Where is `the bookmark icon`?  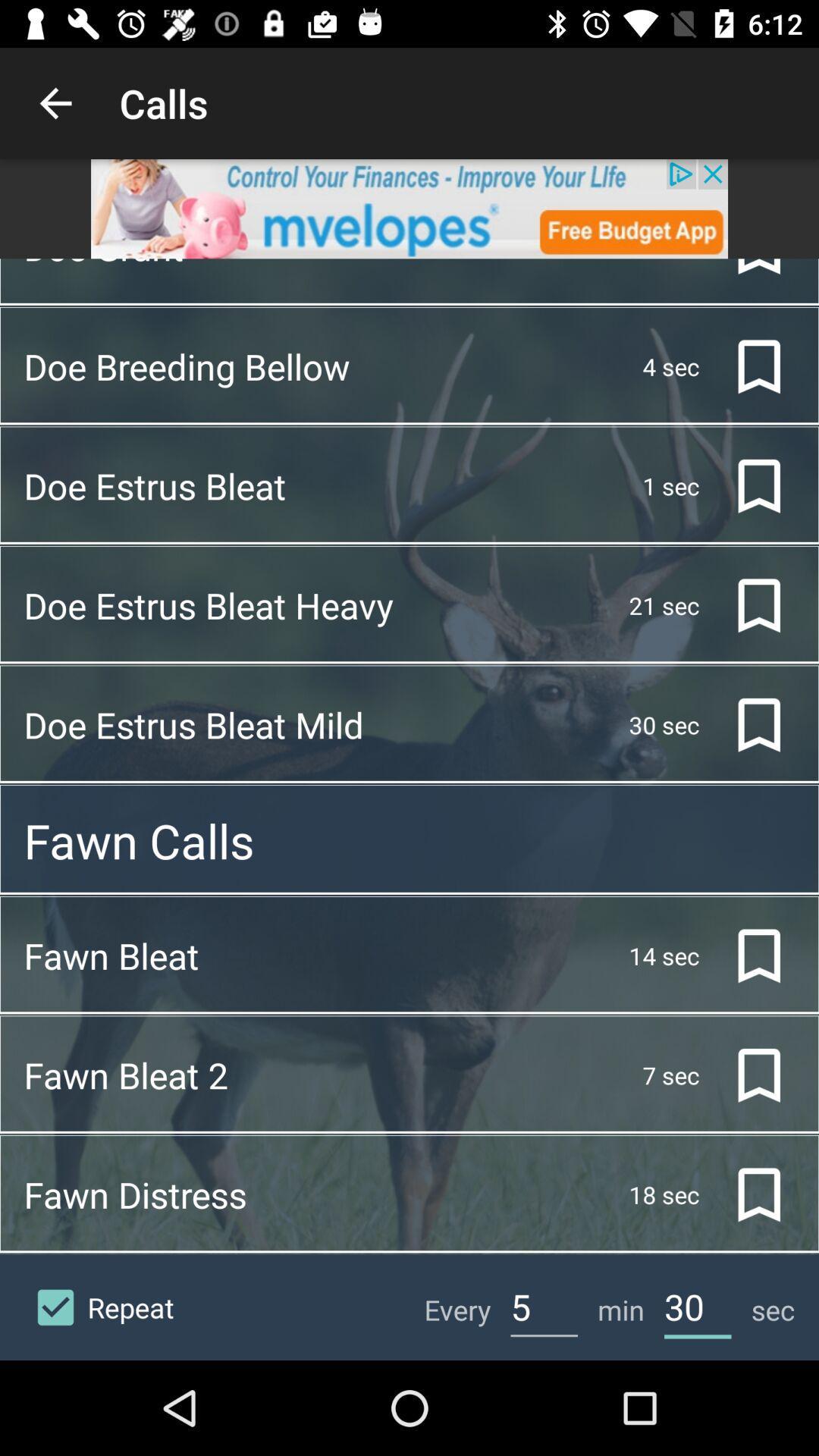
the bookmark icon is located at coordinates (746, 271).